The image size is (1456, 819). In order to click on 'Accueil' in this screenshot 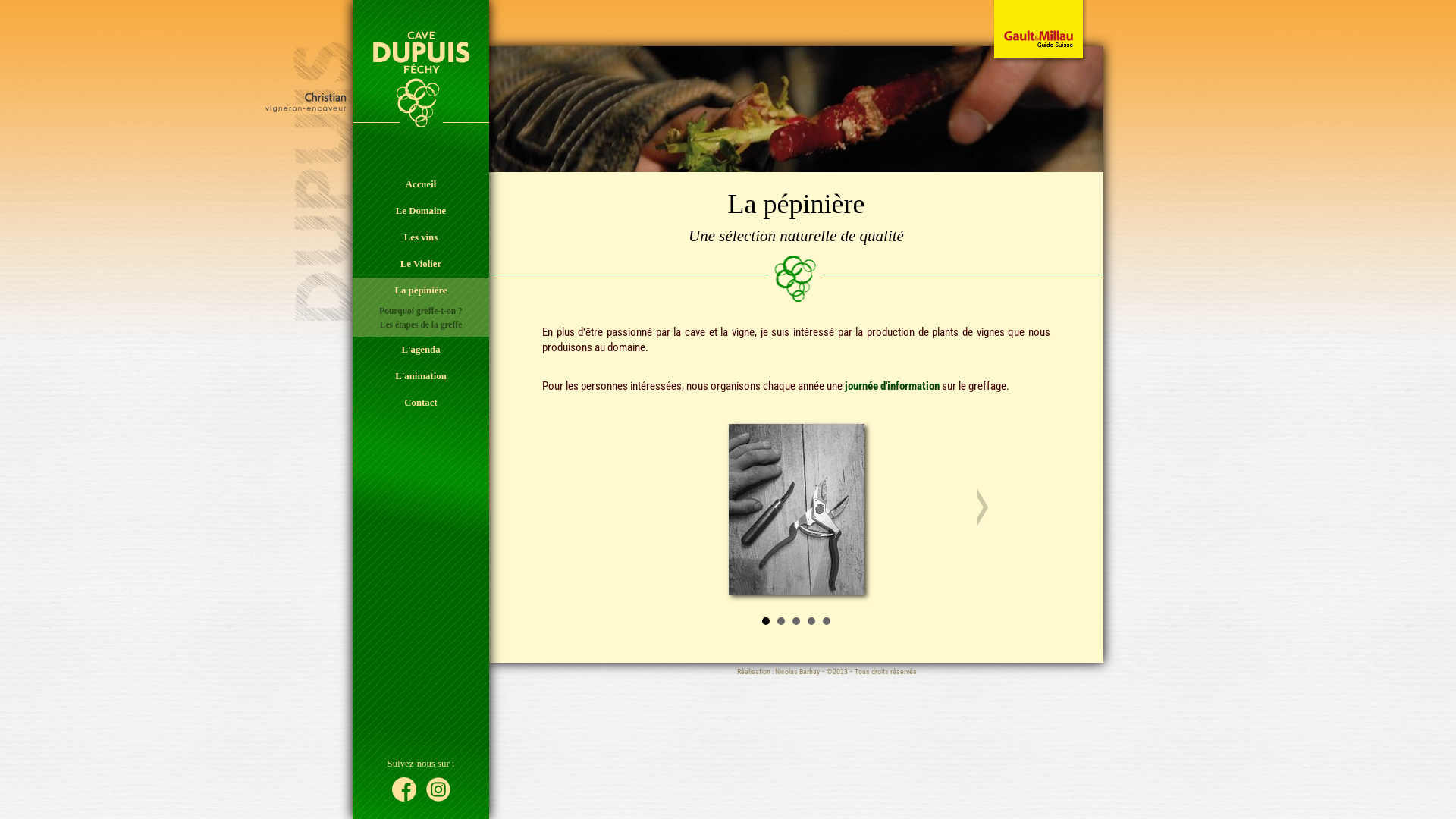, I will do `click(352, 184)`.